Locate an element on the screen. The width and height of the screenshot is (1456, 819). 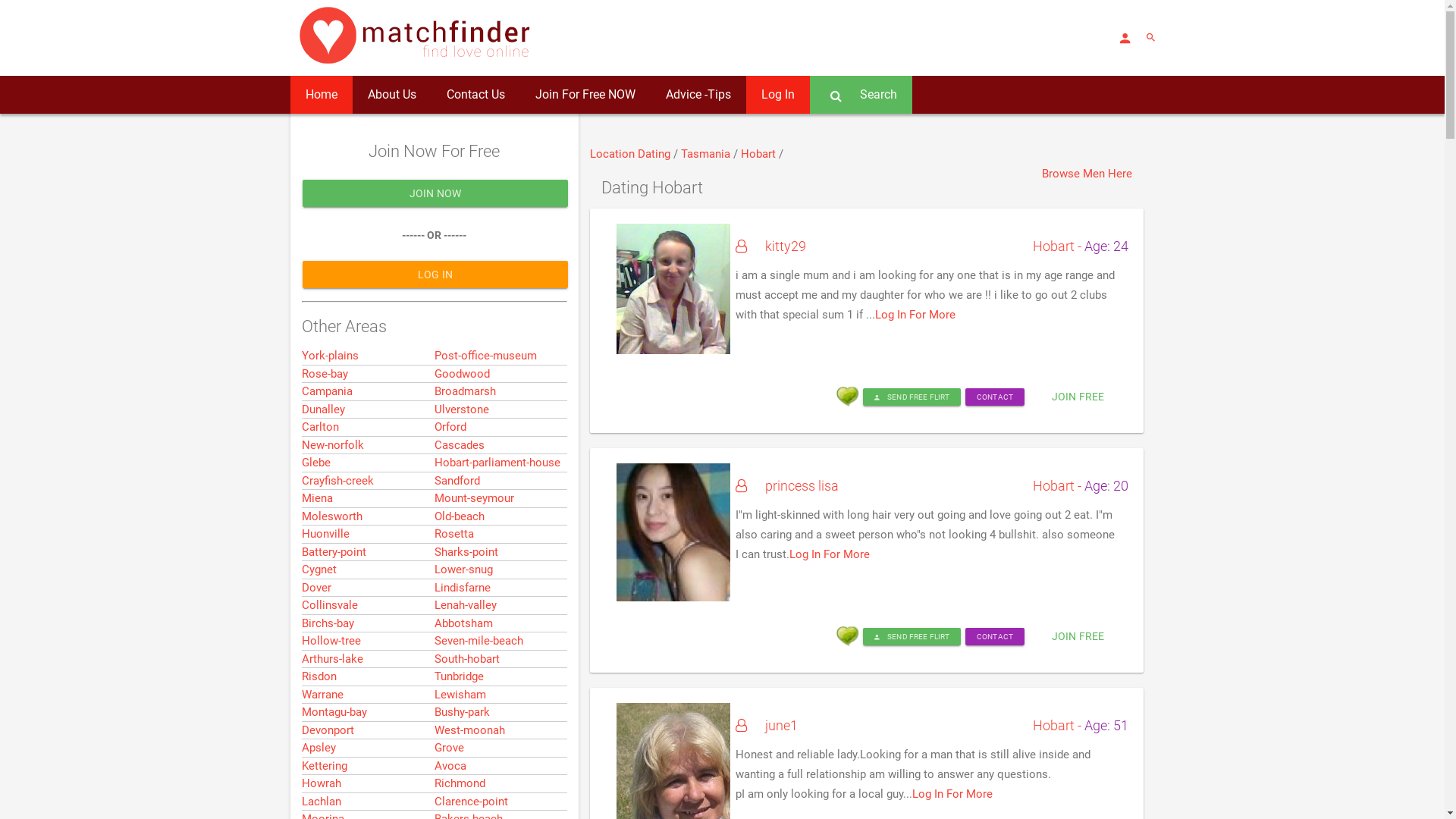
'Lindisfarne' is located at coordinates (461, 587).